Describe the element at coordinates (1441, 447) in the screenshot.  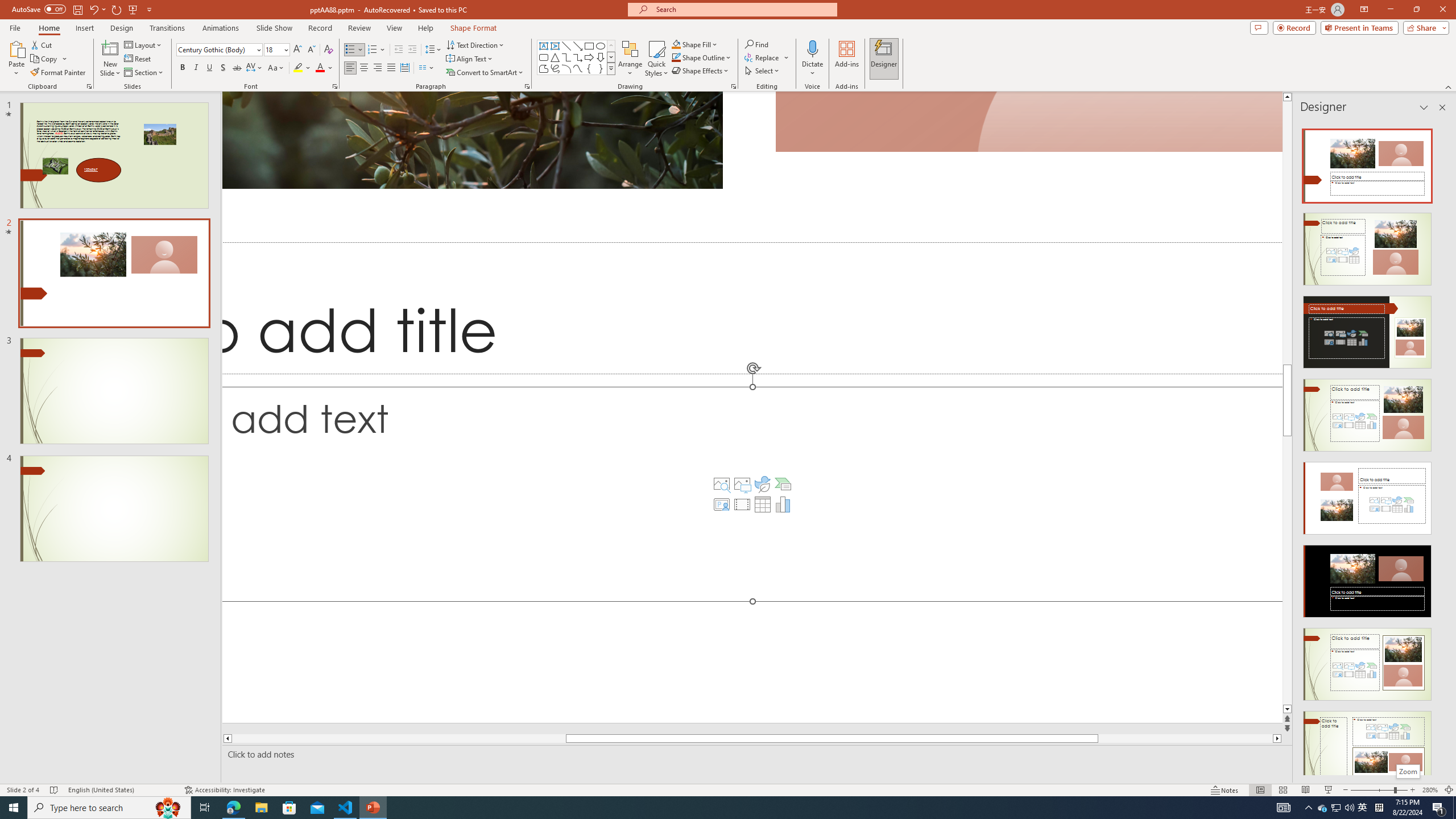
I see `'Class: NetUIScrollBar'` at that location.